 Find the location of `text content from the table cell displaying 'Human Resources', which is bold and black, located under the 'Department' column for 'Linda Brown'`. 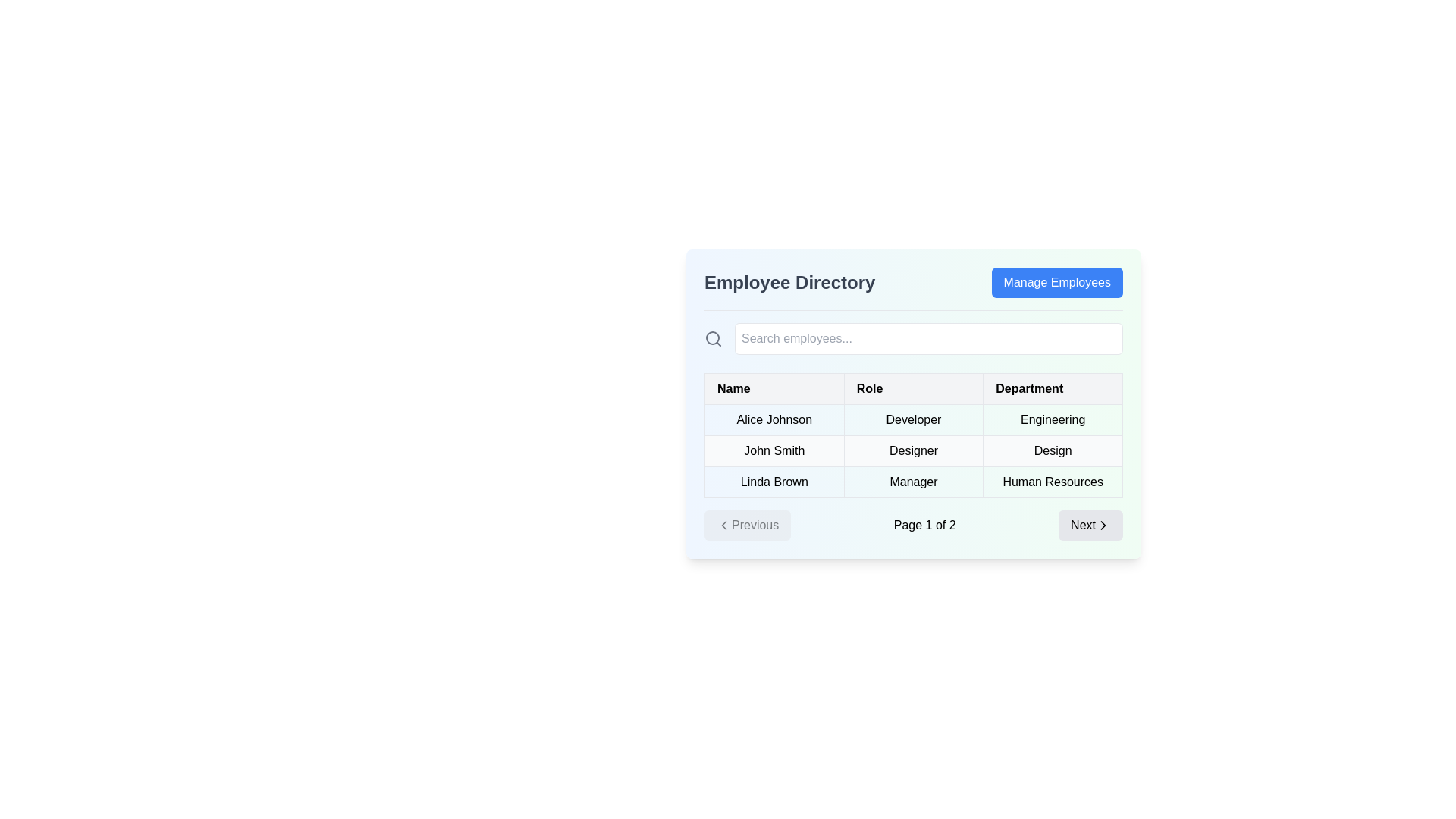

text content from the table cell displaying 'Human Resources', which is bold and black, located under the 'Department' column for 'Linda Brown' is located at coordinates (1052, 482).